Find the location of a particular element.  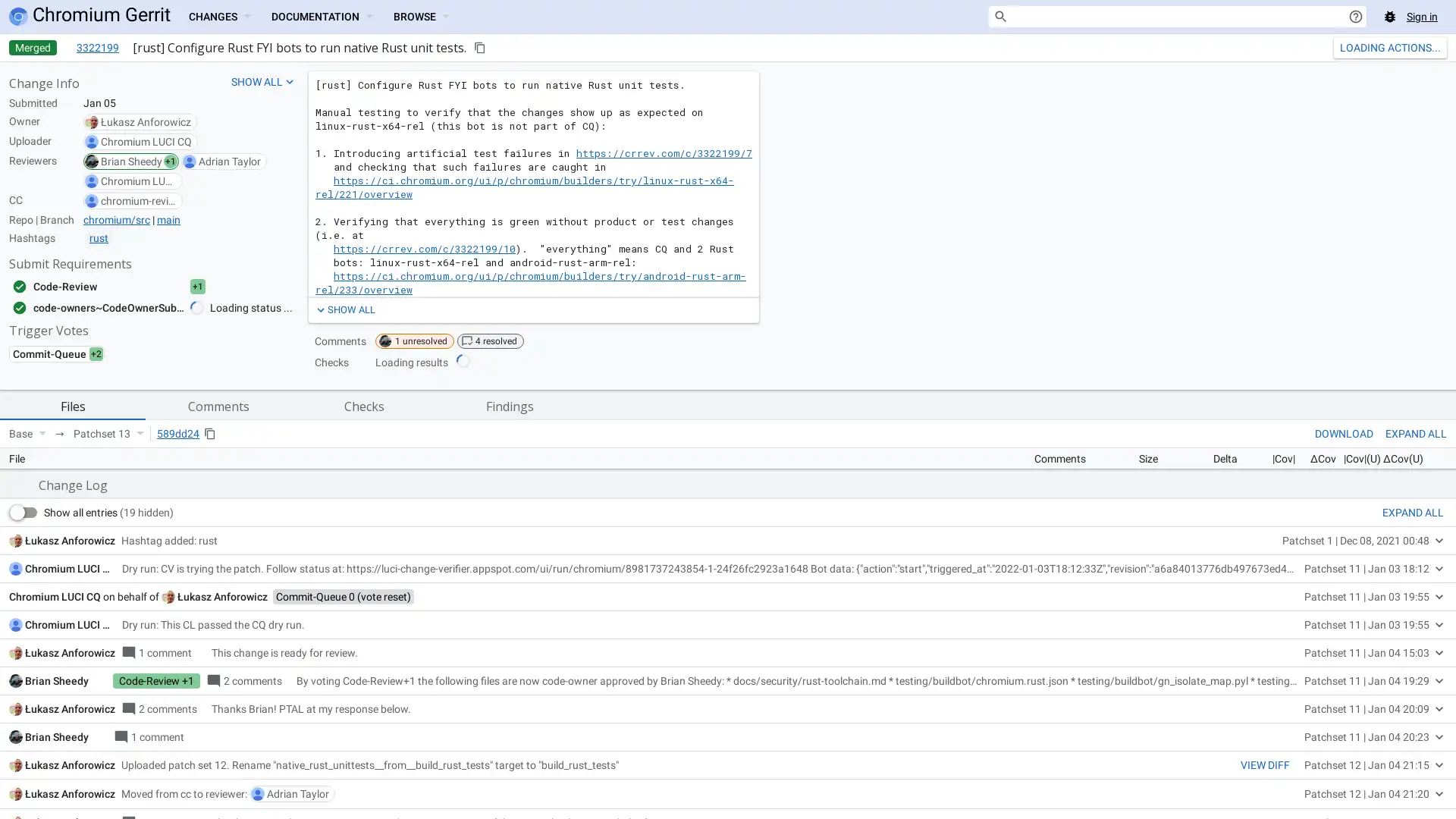

chromium-reviews@chromium.org is located at coordinates (138, 200).